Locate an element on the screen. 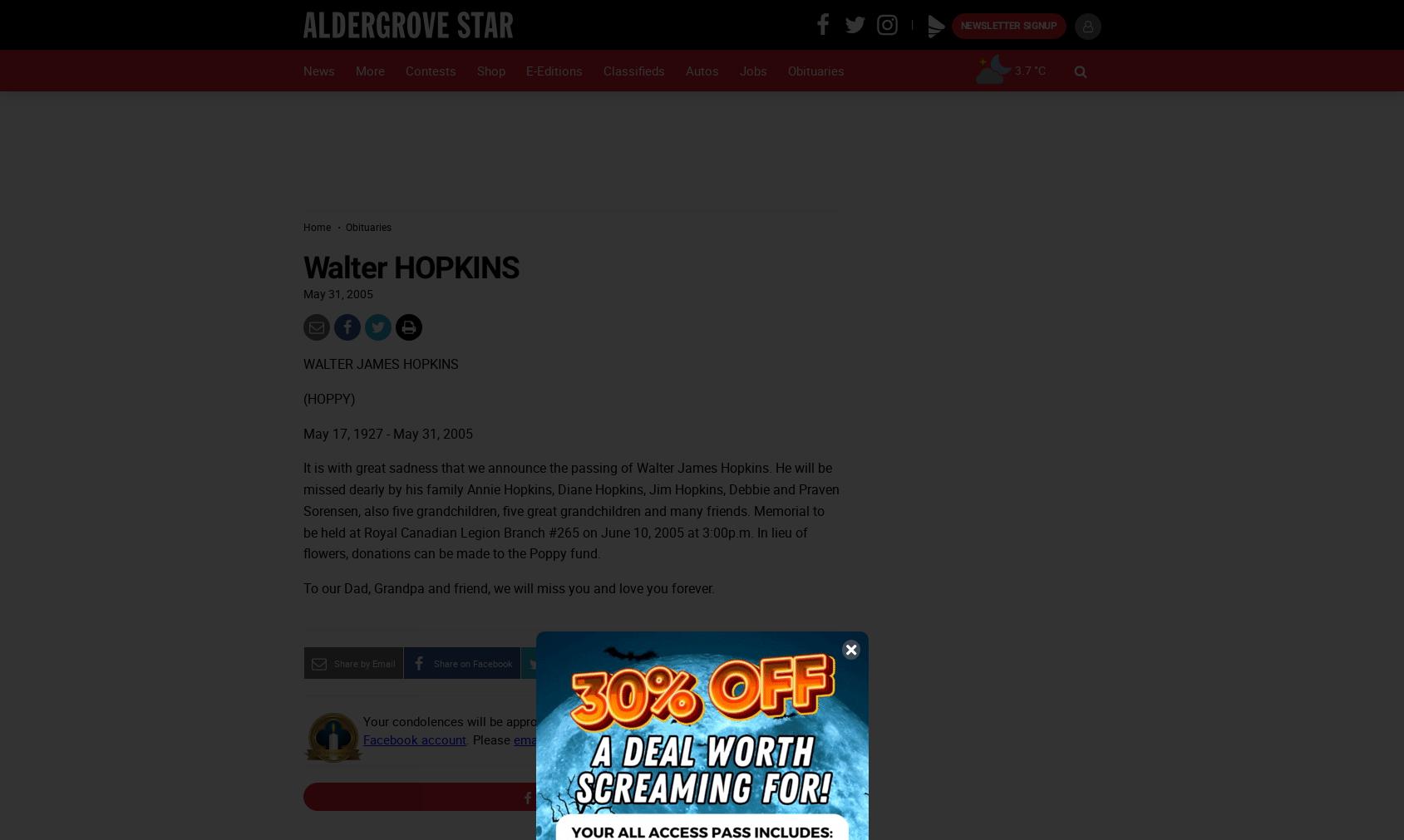 The image size is (1404, 840). 'E-Editions' is located at coordinates (553, 70).